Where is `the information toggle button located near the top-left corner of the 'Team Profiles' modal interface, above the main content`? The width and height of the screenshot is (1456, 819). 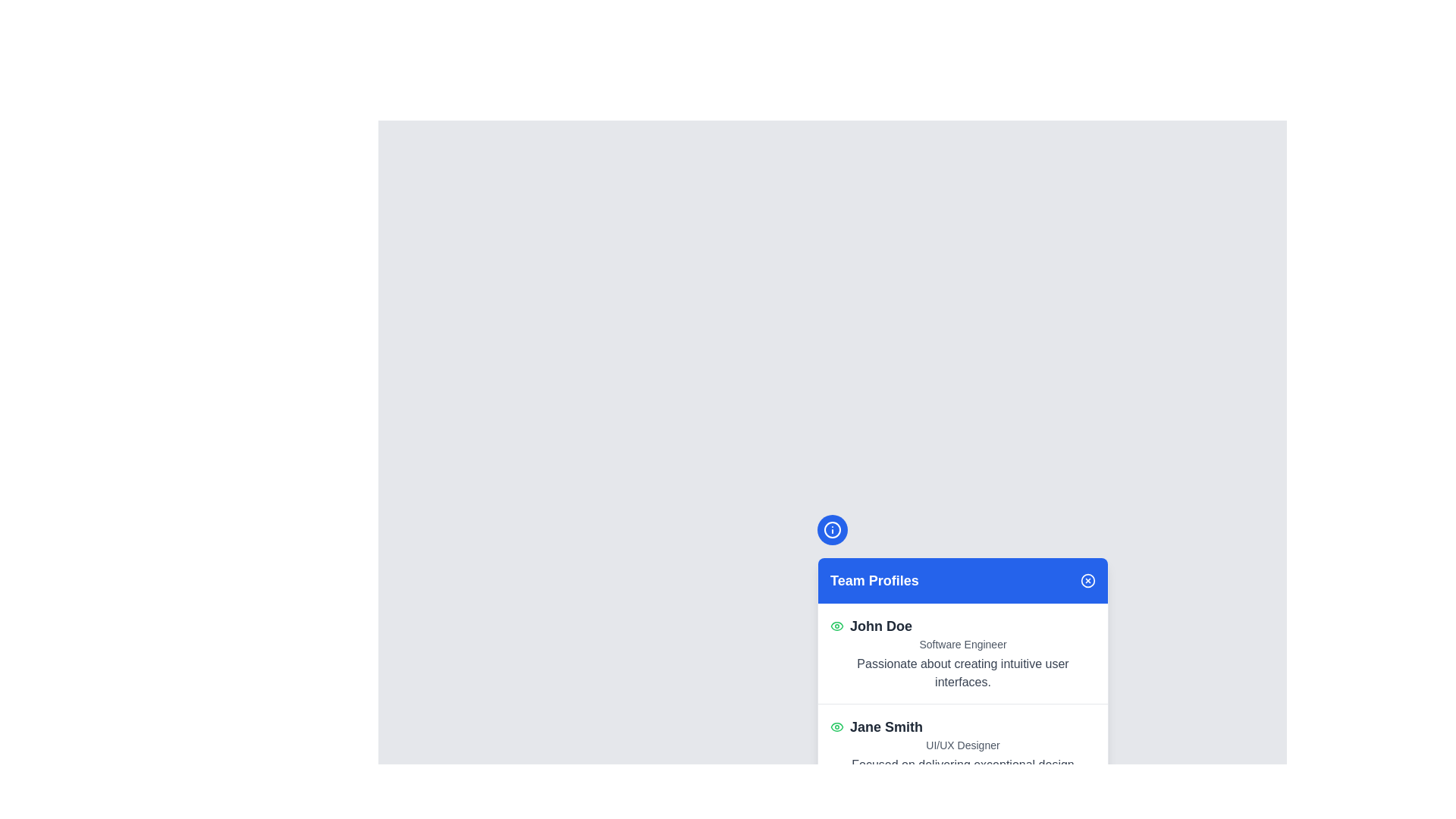 the information toggle button located near the top-left corner of the 'Team Profiles' modal interface, above the main content is located at coordinates (832, 529).